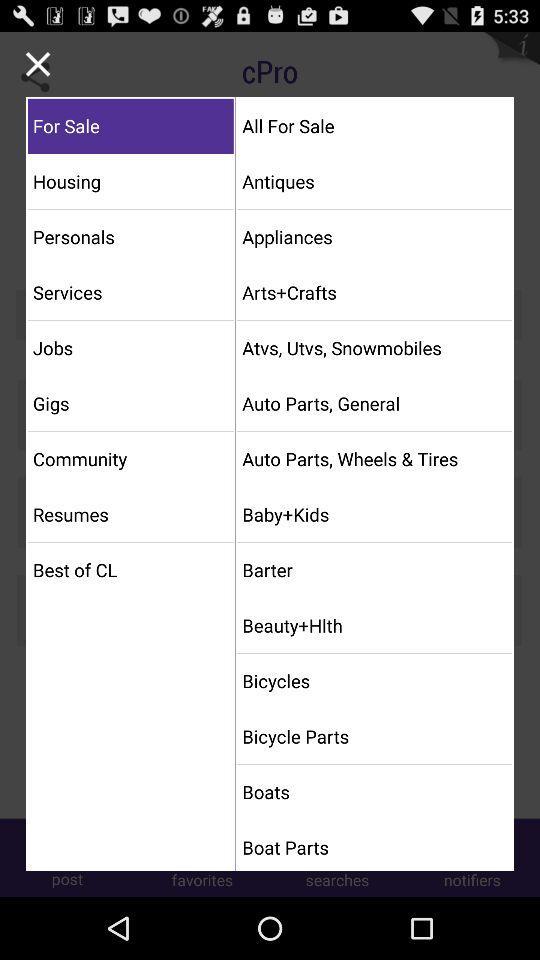 This screenshot has width=540, height=960. Describe the element at coordinates (38, 64) in the screenshot. I see `field` at that location.